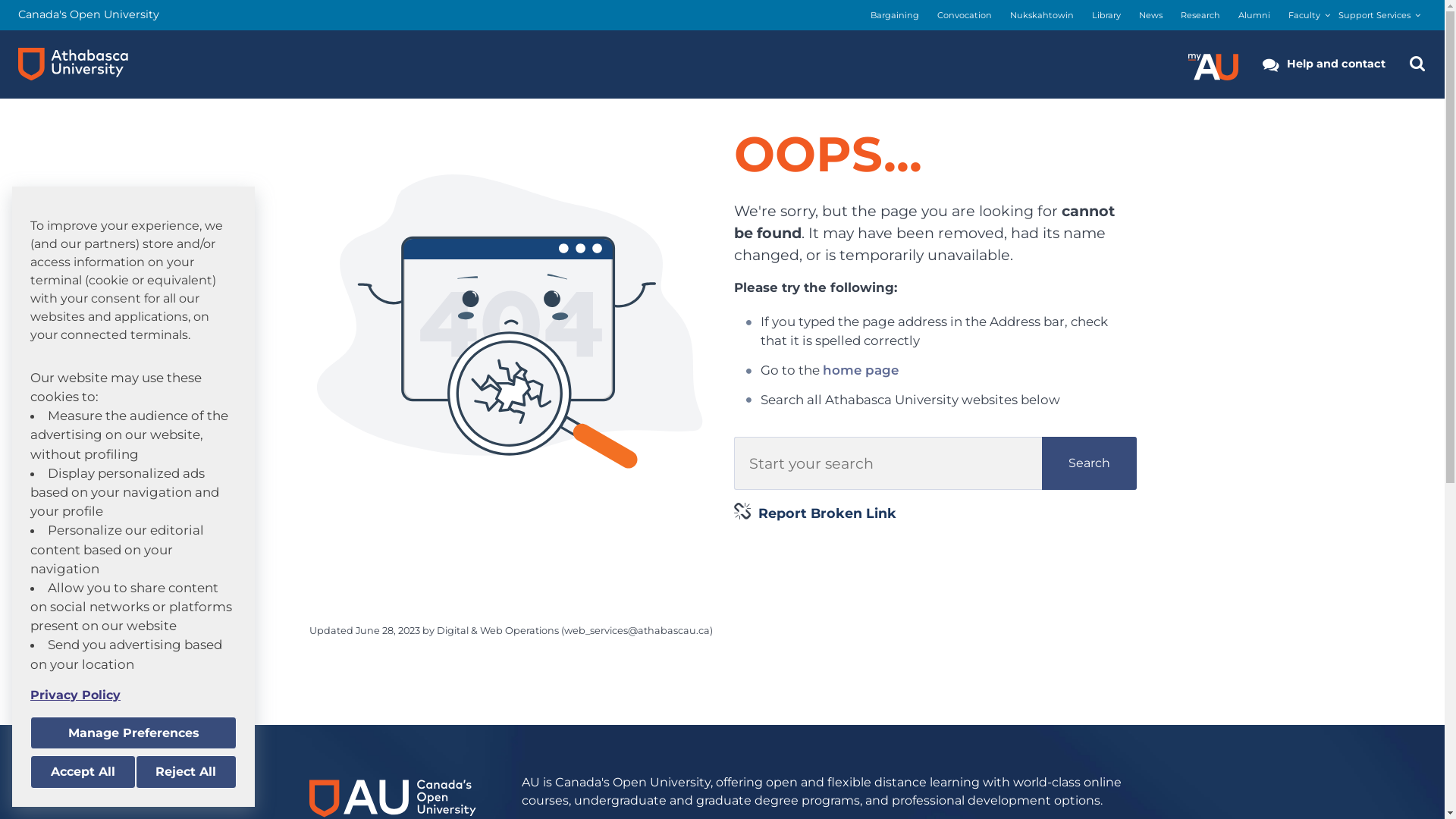  What do you see at coordinates (860, 370) in the screenshot?
I see `'home page'` at bounding box center [860, 370].